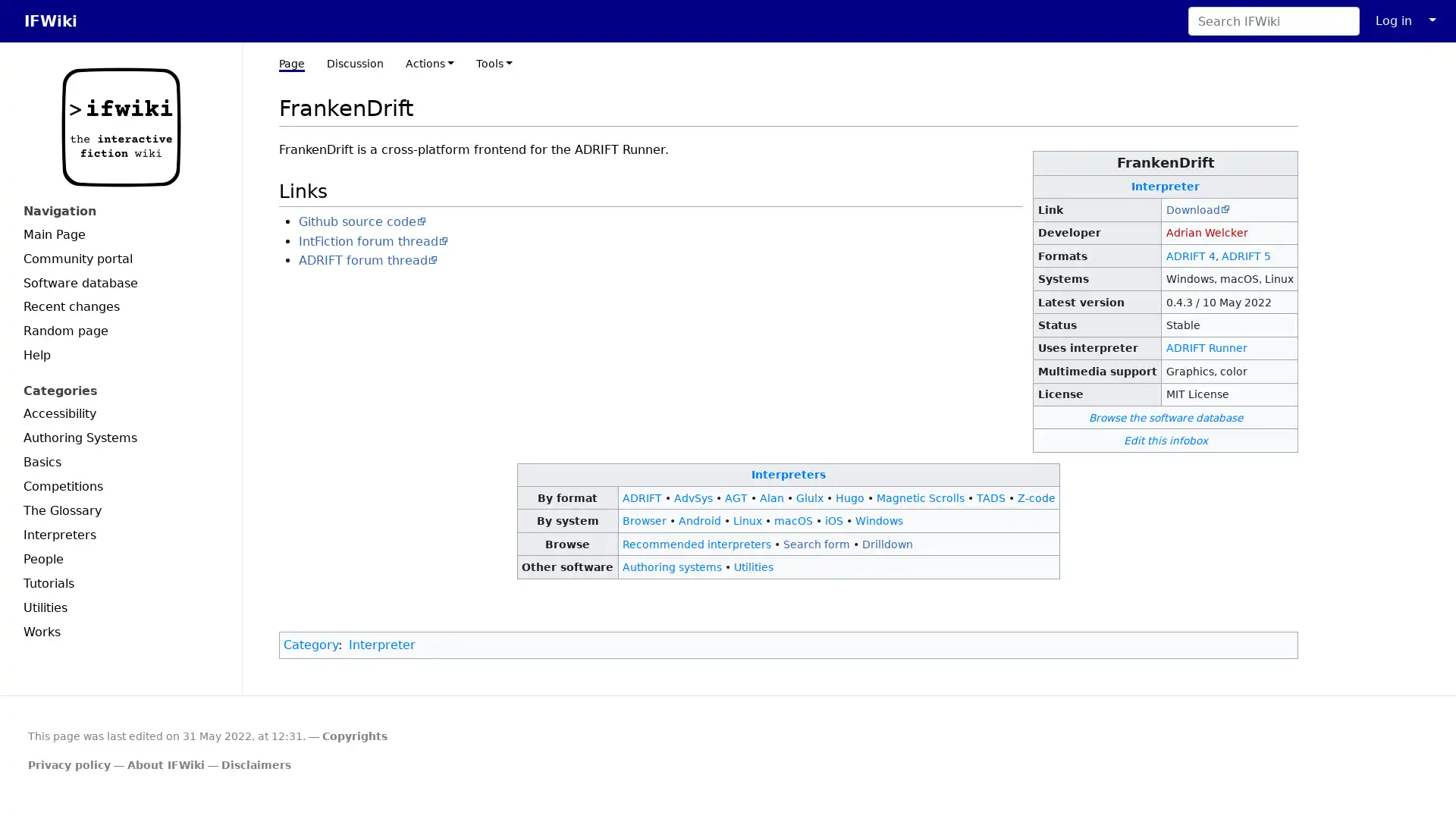 Image resolution: width=1456 pixels, height=819 pixels. I want to click on Categories, so click(120, 390).